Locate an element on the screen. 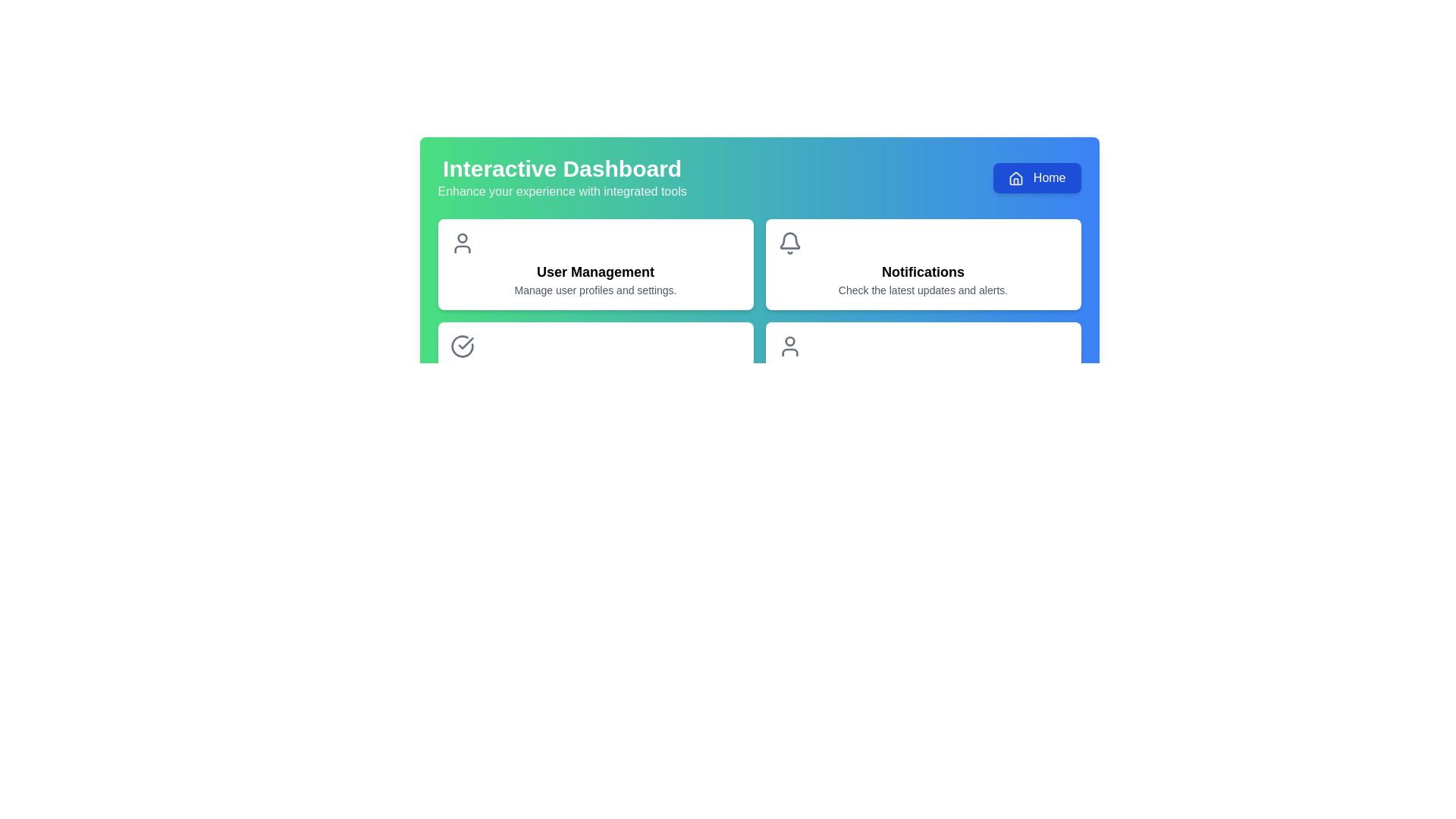 This screenshot has height=819, width=1456. title text element located at the top-left corner of the dashboard interface, just below the header is located at coordinates (561, 177).